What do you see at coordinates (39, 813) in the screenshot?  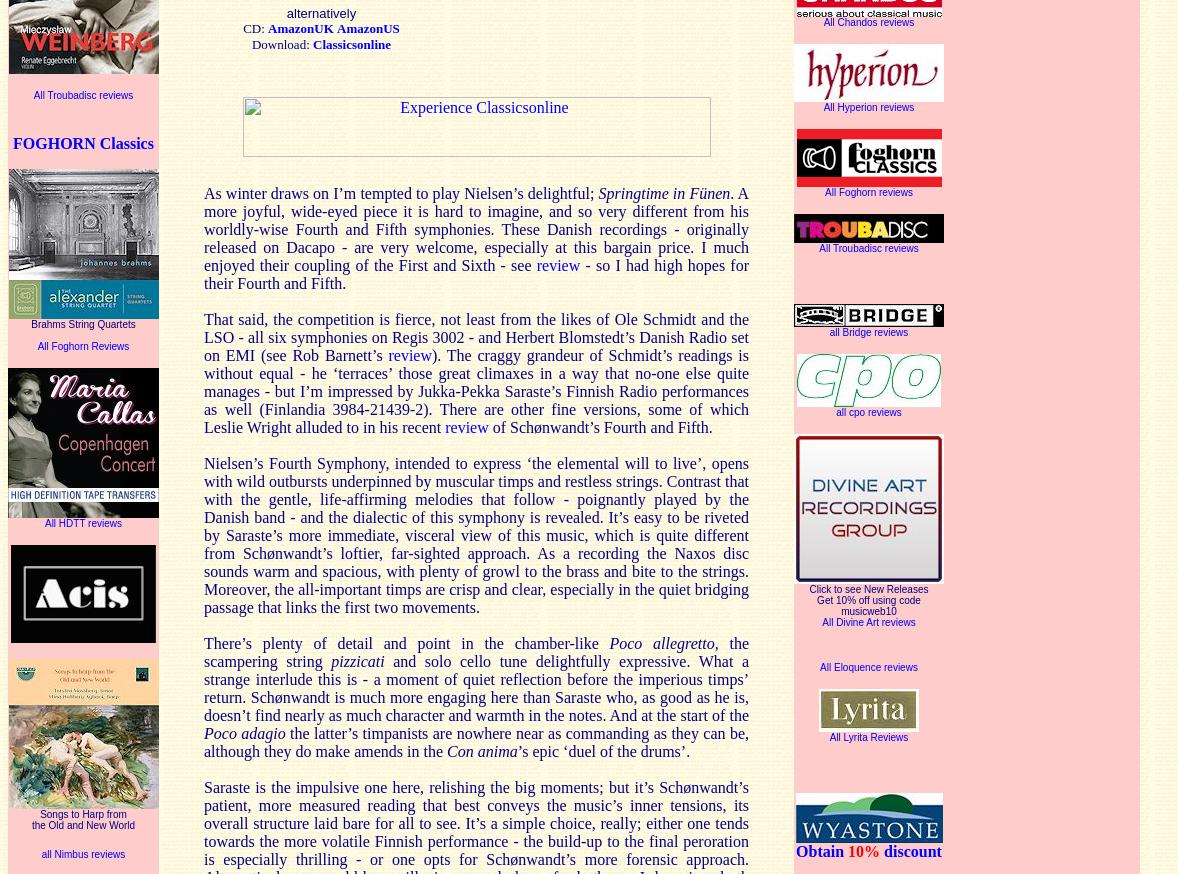 I see `'Songs to 
          Harp from'` at bounding box center [39, 813].